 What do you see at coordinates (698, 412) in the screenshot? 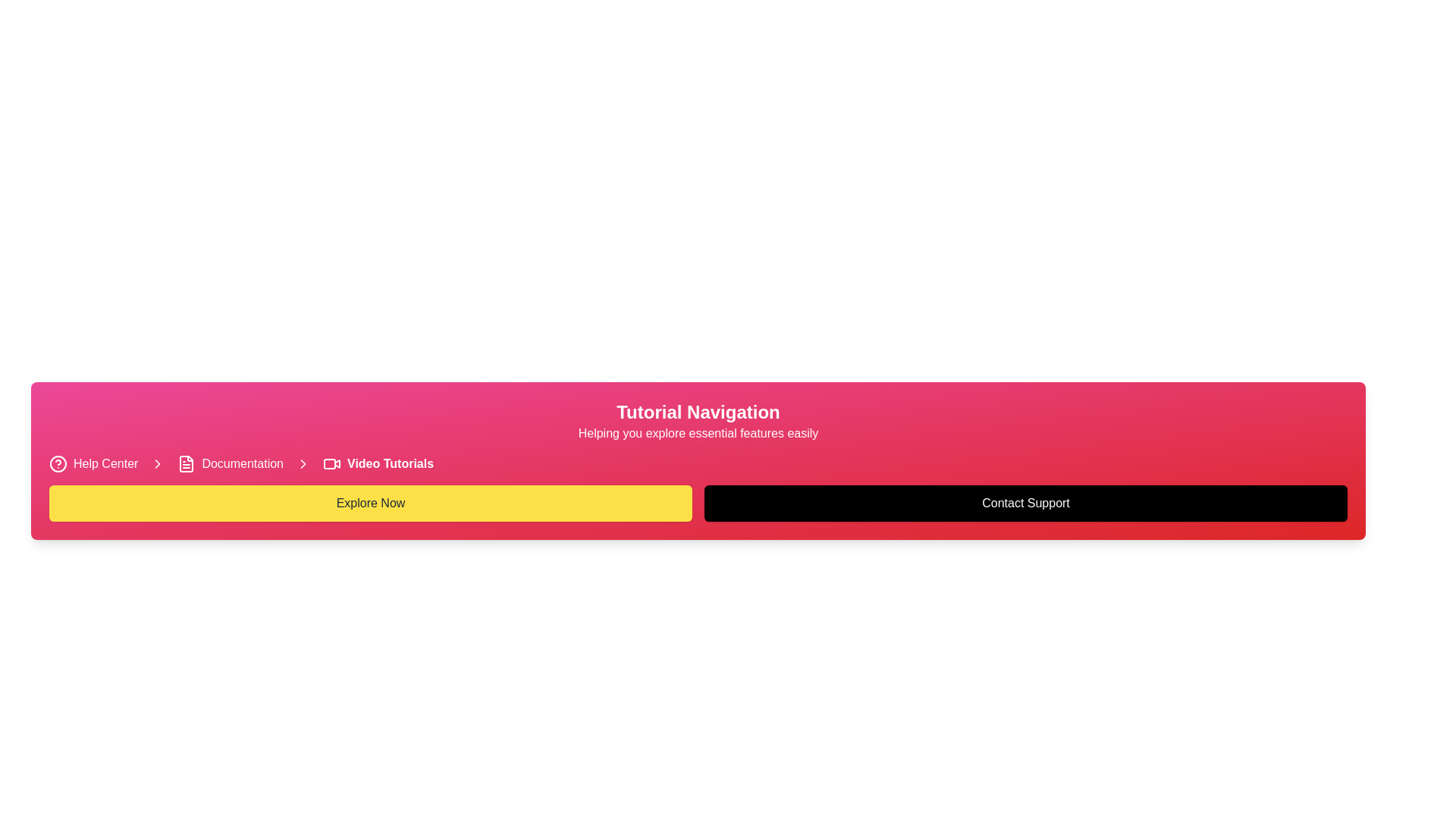
I see `the bold, white header text 'Tutorial Navigation' prominently displayed on a pink background, located near the top center of the interface` at bounding box center [698, 412].